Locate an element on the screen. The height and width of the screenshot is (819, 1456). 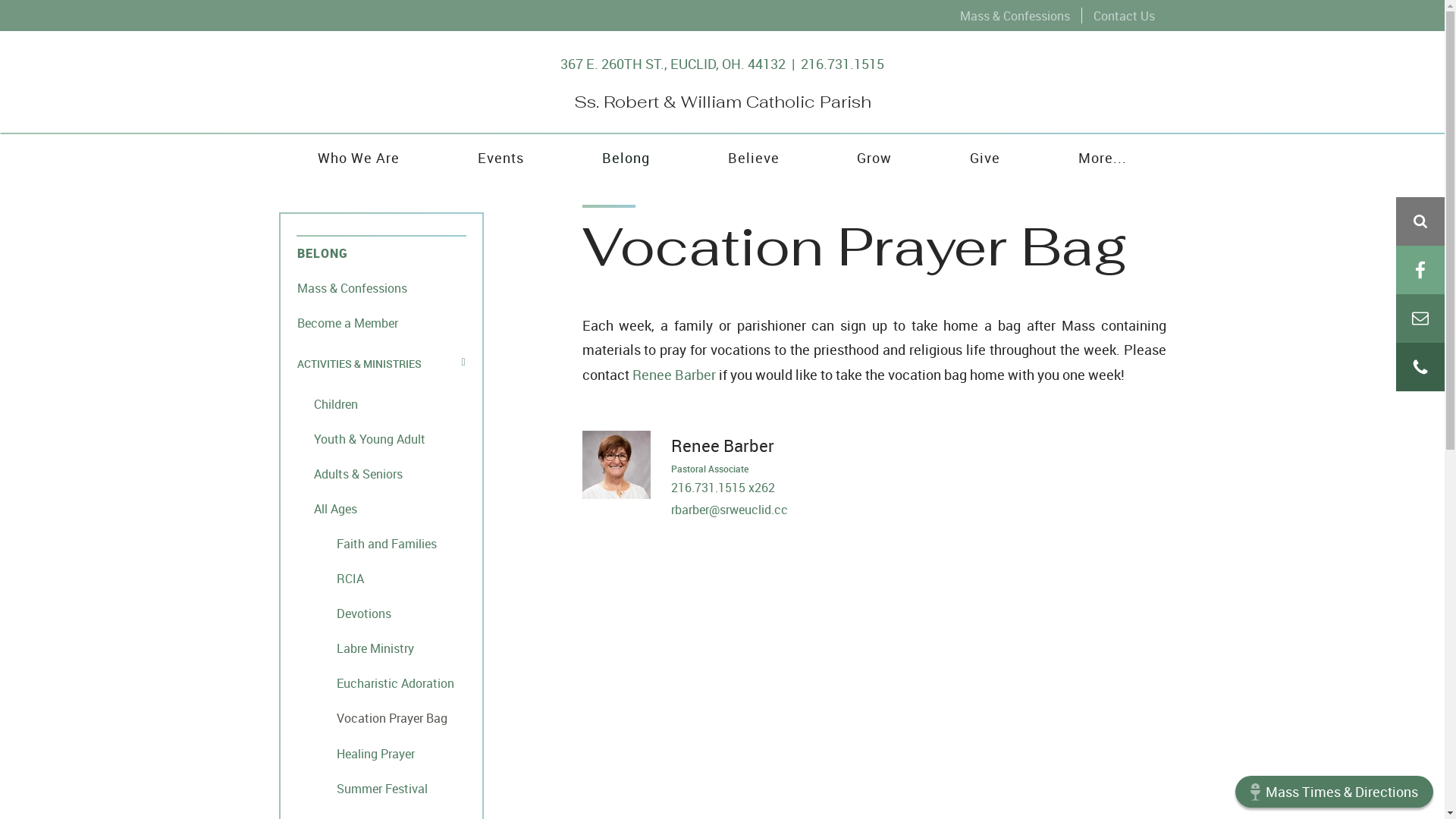
'Events' is located at coordinates (500, 157).